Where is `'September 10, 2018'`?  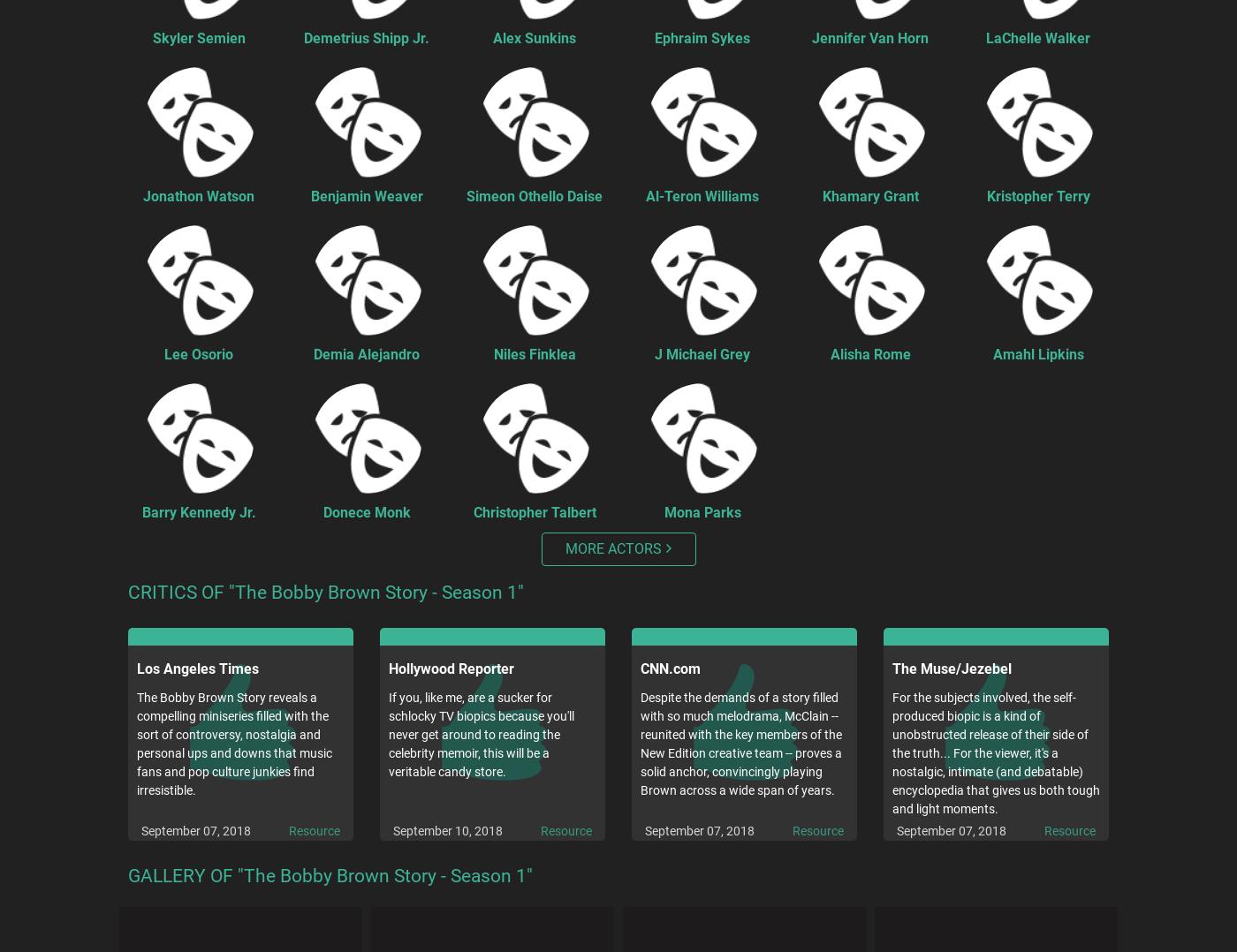 'September 10, 2018' is located at coordinates (447, 829).